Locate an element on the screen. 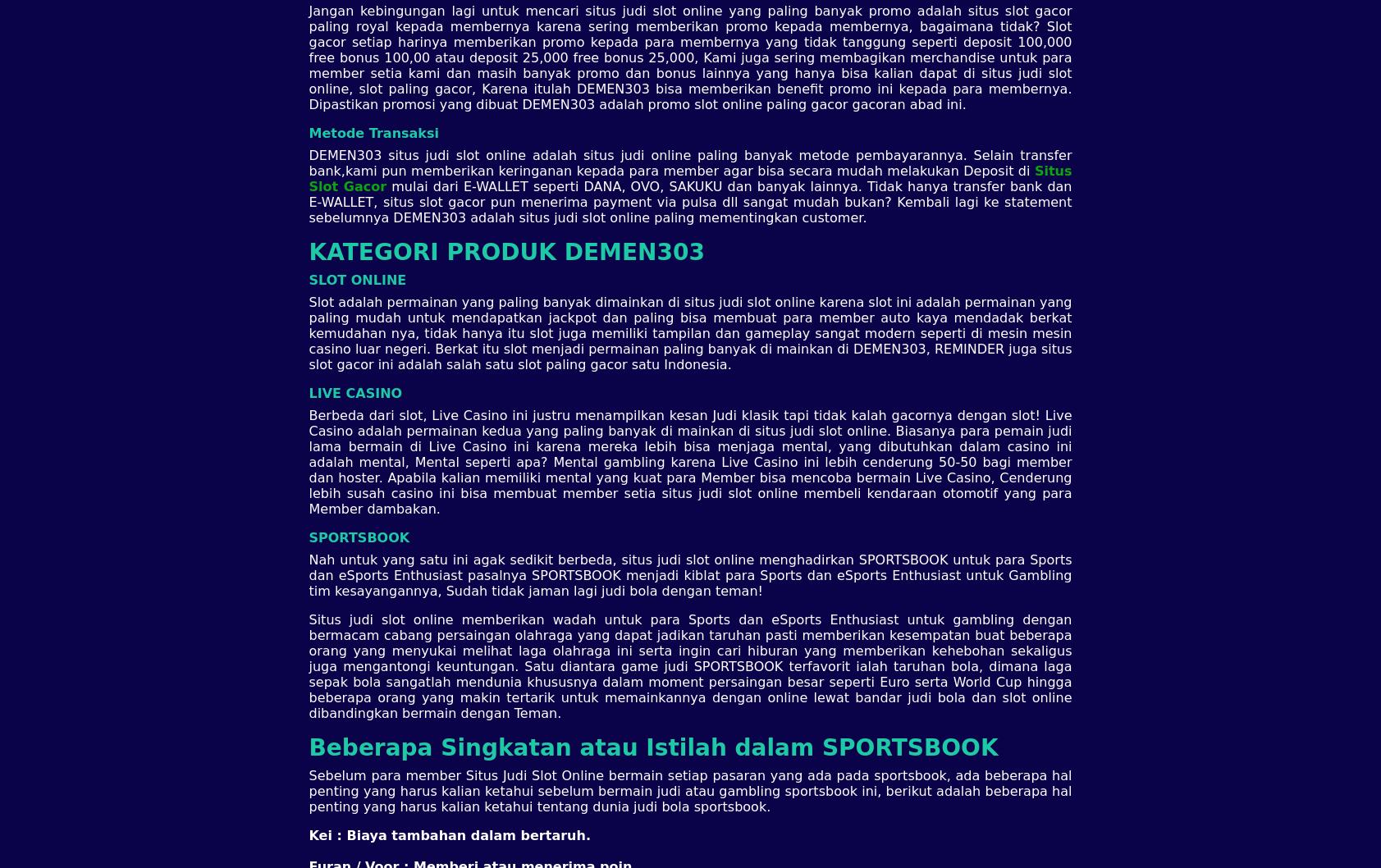  'Nah untuk yang satu ini agak sedikit berbeda, situs judi slot online menghadirkan SPORTSBOOK untuk para Sports dan eSports Enthusiast pasalnya SPORTSBOOK menjadi kiblat para Sports dan eSports Enthusiast untuk Gambling tim kesayangannya, Sudah tidak jaman lagi judi bola dengan teman!' is located at coordinates (688, 573).